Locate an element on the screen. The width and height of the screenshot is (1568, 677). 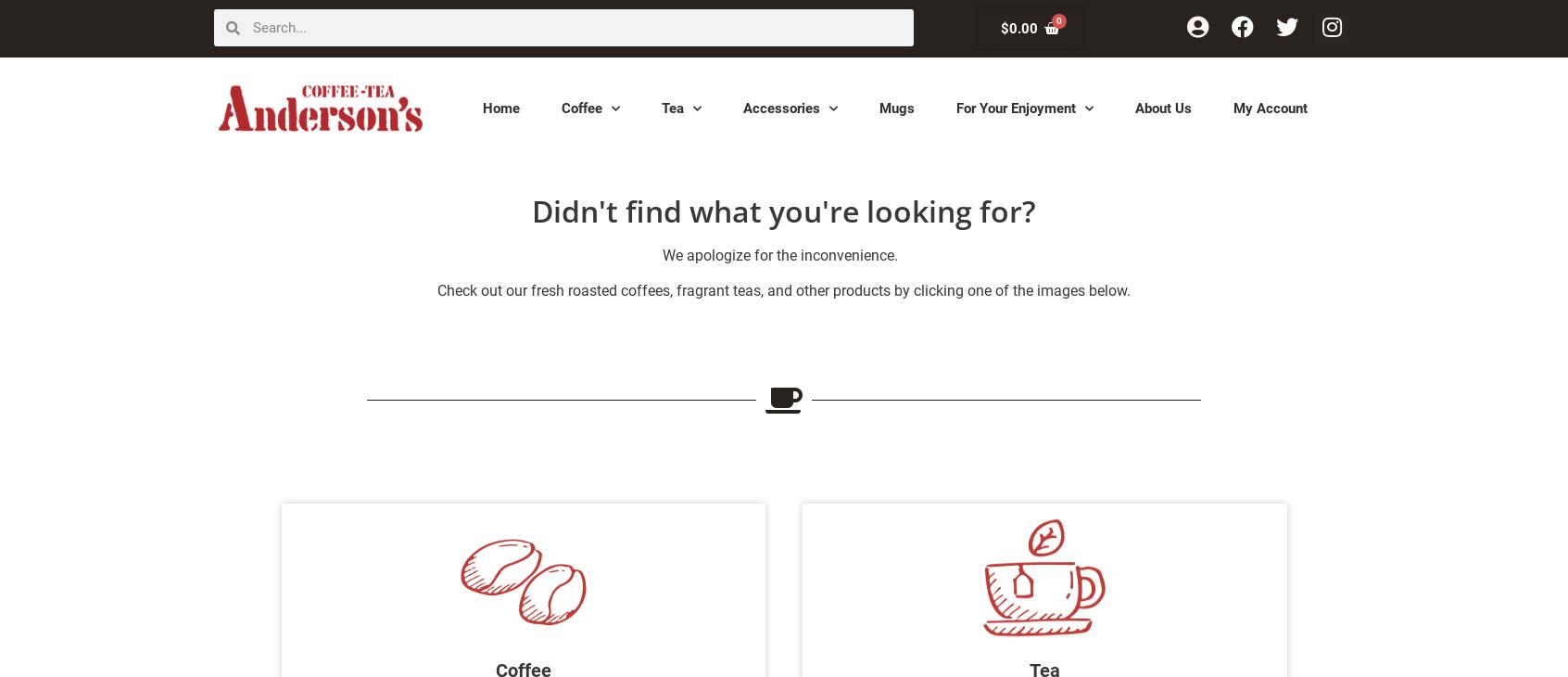
'0' is located at coordinates (1056, 19).